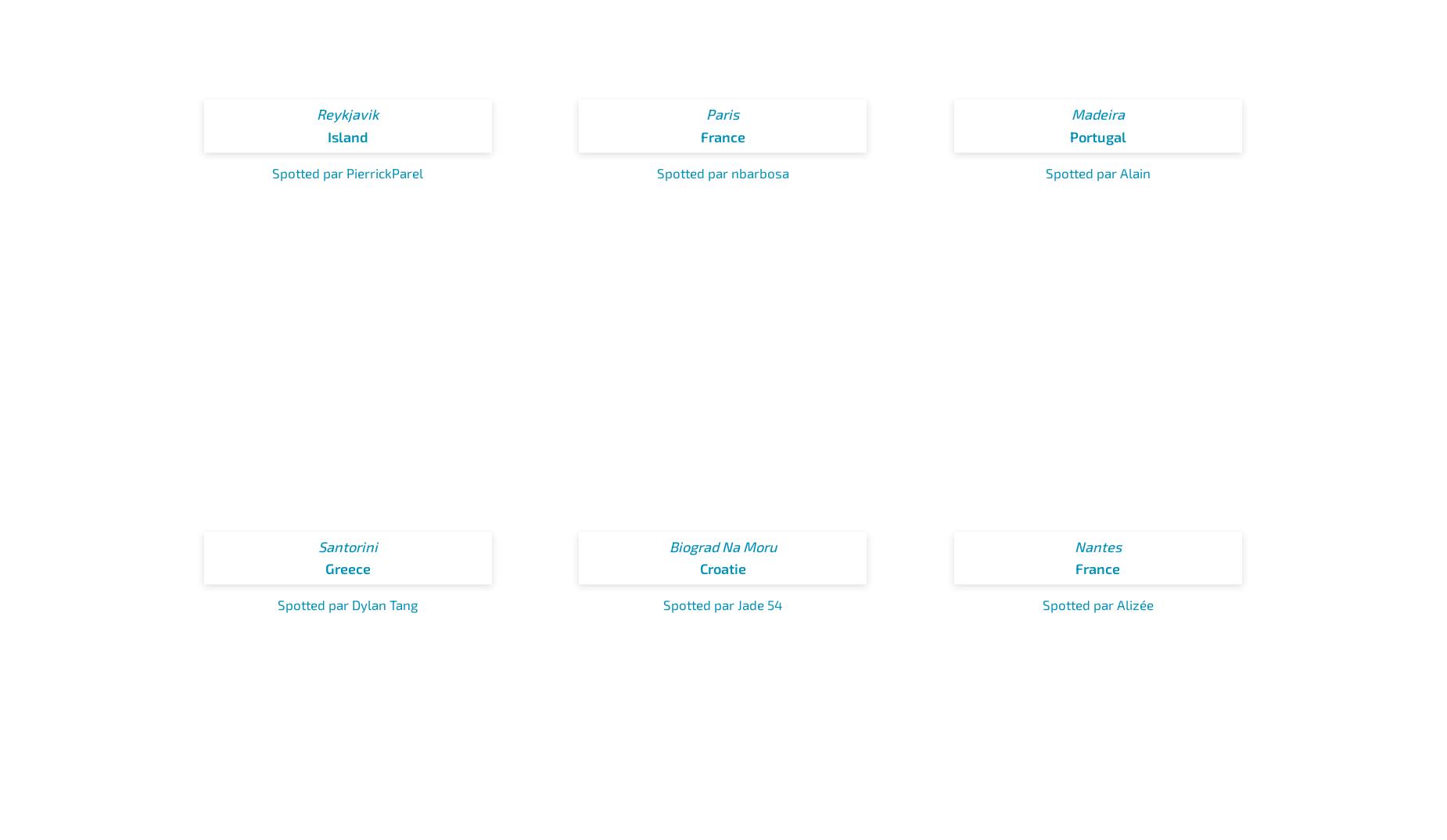 The height and width of the screenshot is (840, 1447). What do you see at coordinates (722, 544) in the screenshot?
I see `'Biograd Na Moru'` at bounding box center [722, 544].